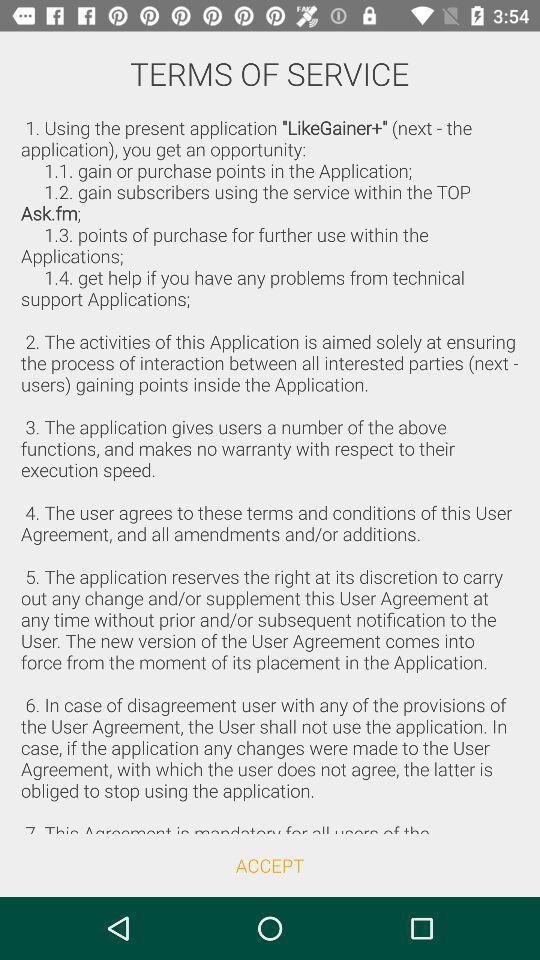 Image resolution: width=540 pixels, height=960 pixels. What do you see at coordinates (270, 864) in the screenshot?
I see `the icon below the 1 using the` at bounding box center [270, 864].